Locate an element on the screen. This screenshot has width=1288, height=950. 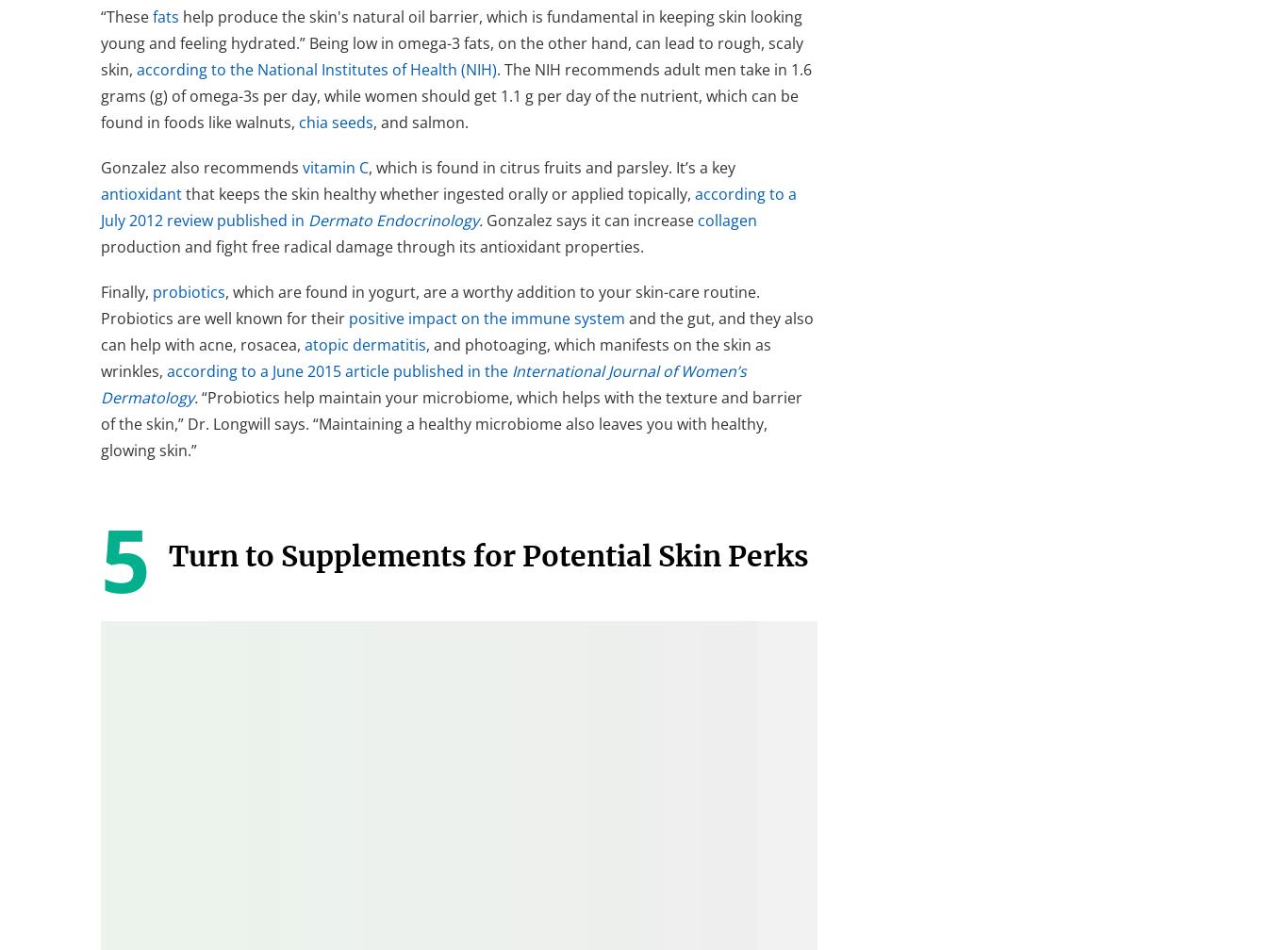
', and salmon.' is located at coordinates (420, 122).